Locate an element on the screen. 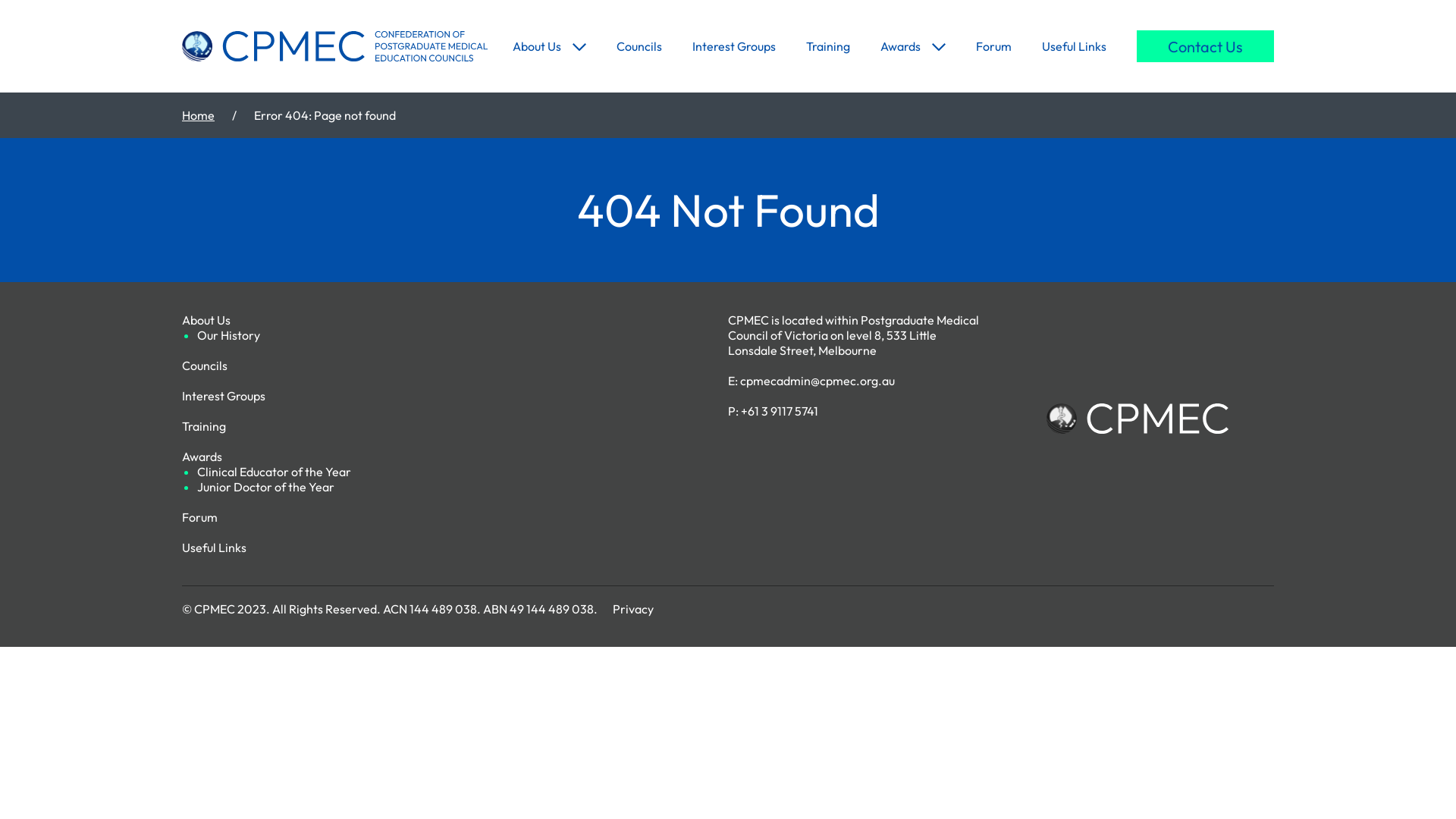 The width and height of the screenshot is (1456, 819). 'About Us' is located at coordinates (513, 45).